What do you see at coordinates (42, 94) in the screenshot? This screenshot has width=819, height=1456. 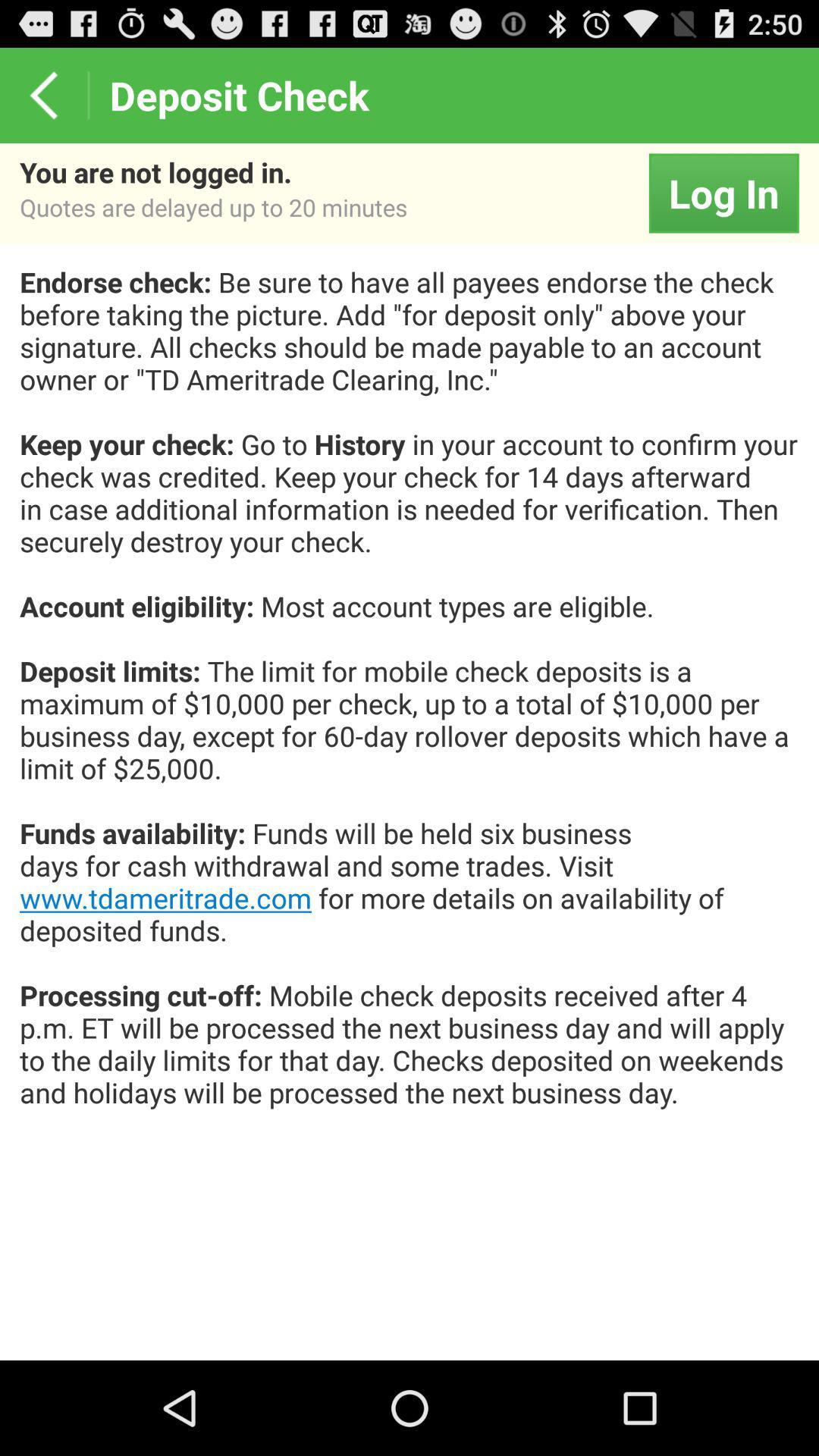 I see `the icon next to the deposit check` at bounding box center [42, 94].